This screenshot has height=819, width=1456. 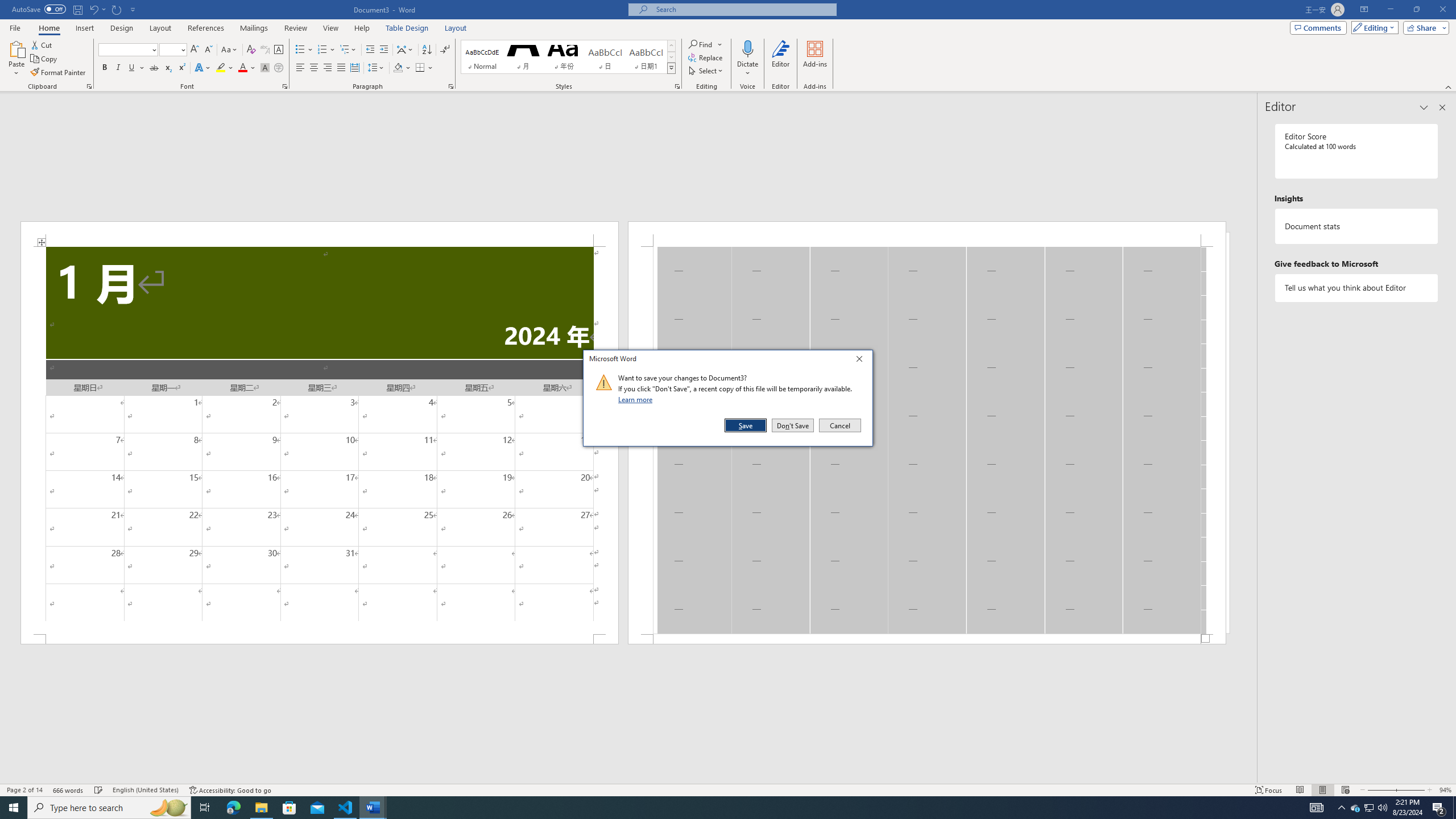 I want to click on 'Word Count 666 words', so click(x=69, y=790).